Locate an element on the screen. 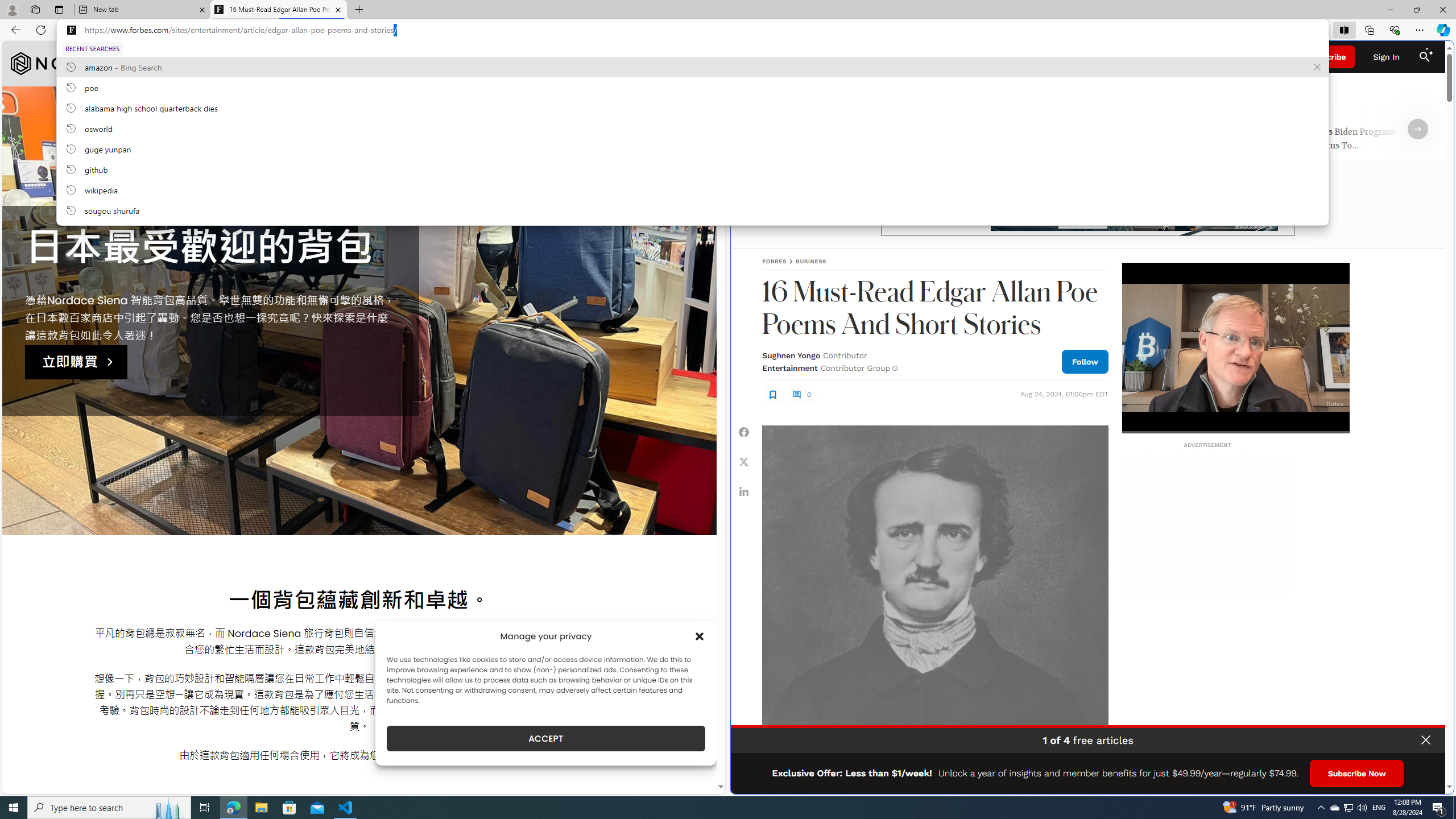 Image resolution: width=1456 pixels, height=819 pixels. 'Entertainment' is located at coordinates (789, 367).